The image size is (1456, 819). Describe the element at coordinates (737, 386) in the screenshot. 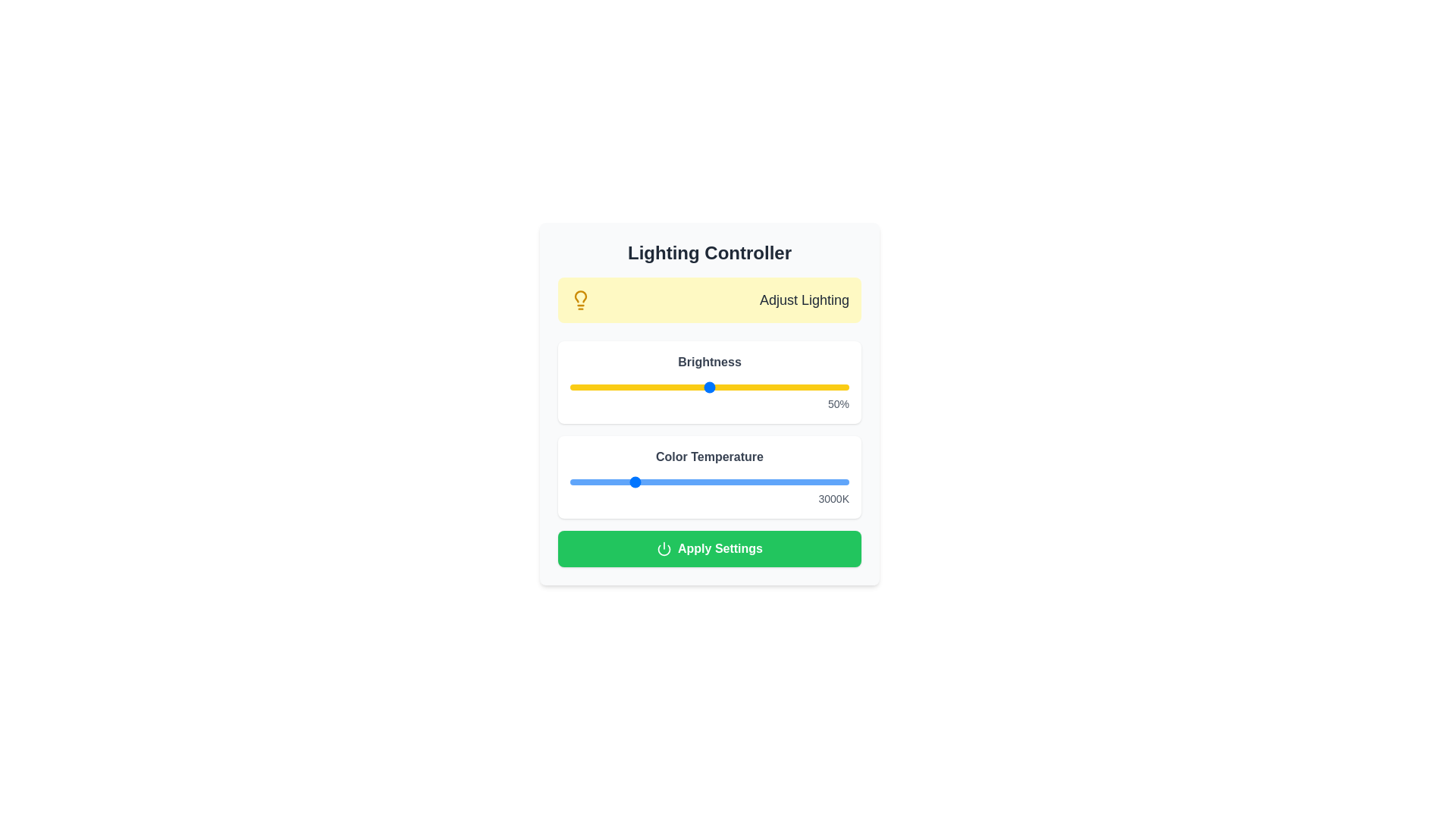

I see `the brightness slider to set the brightness level to 60` at that location.